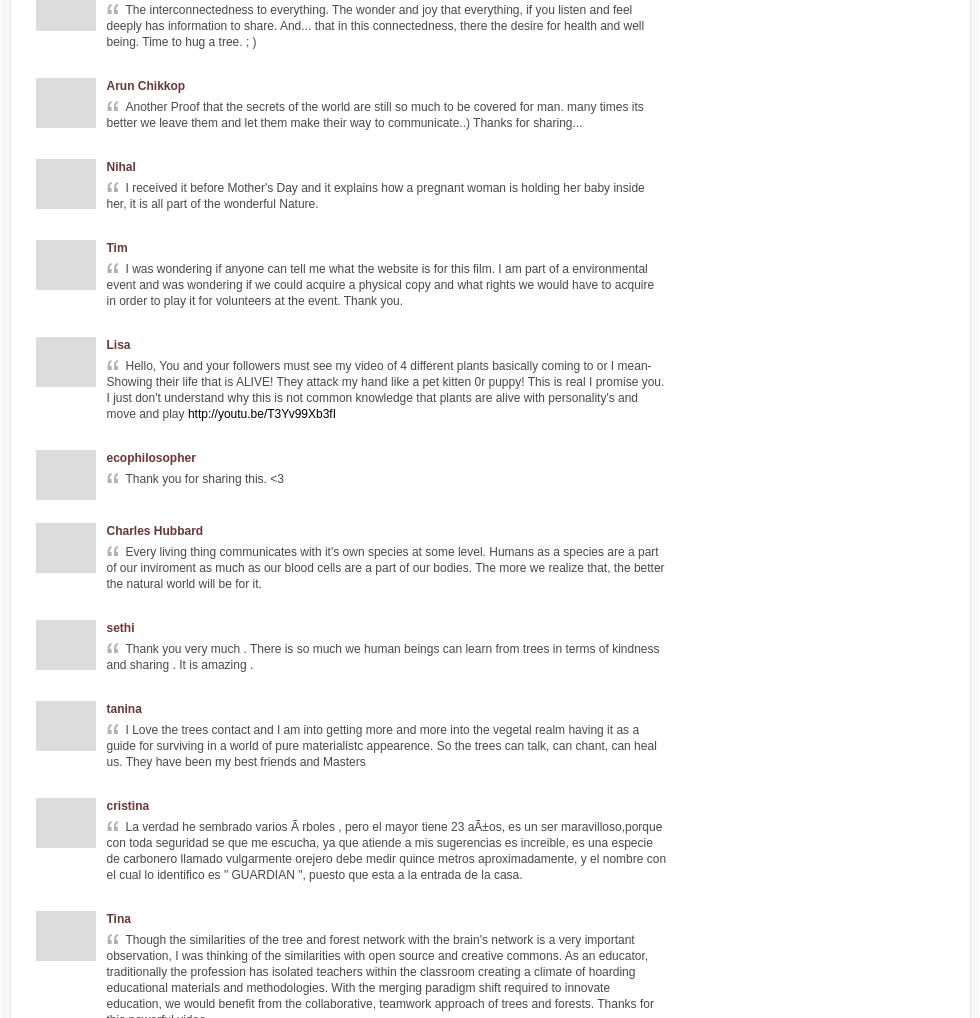 This screenshot has height=1018, width=980. I want to click on 'ecophilosopher', so click(150, 456).